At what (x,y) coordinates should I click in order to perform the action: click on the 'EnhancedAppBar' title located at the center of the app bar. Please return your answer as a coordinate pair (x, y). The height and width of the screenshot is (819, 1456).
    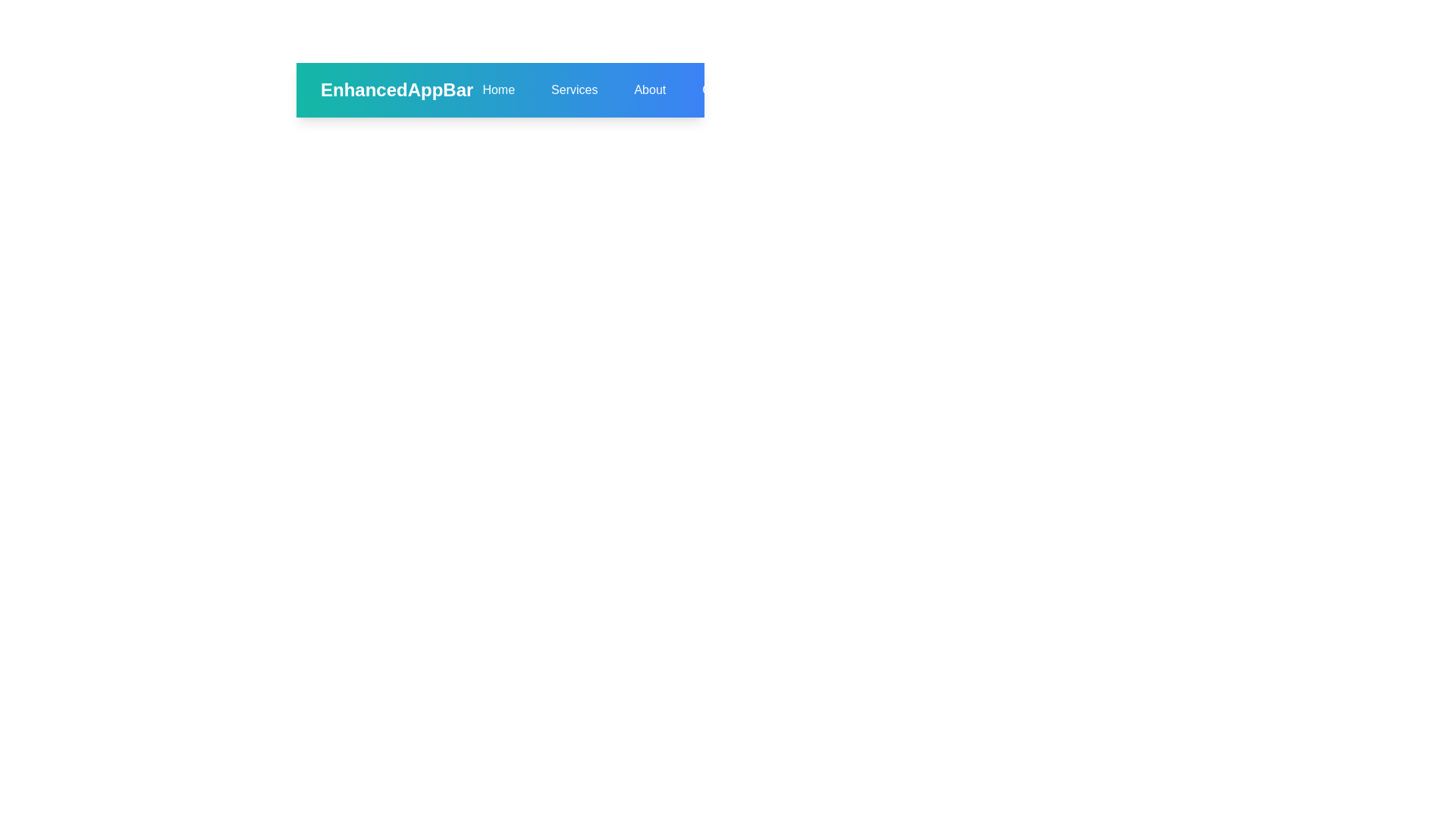
    Looking at the image, I should click on (390, 90).